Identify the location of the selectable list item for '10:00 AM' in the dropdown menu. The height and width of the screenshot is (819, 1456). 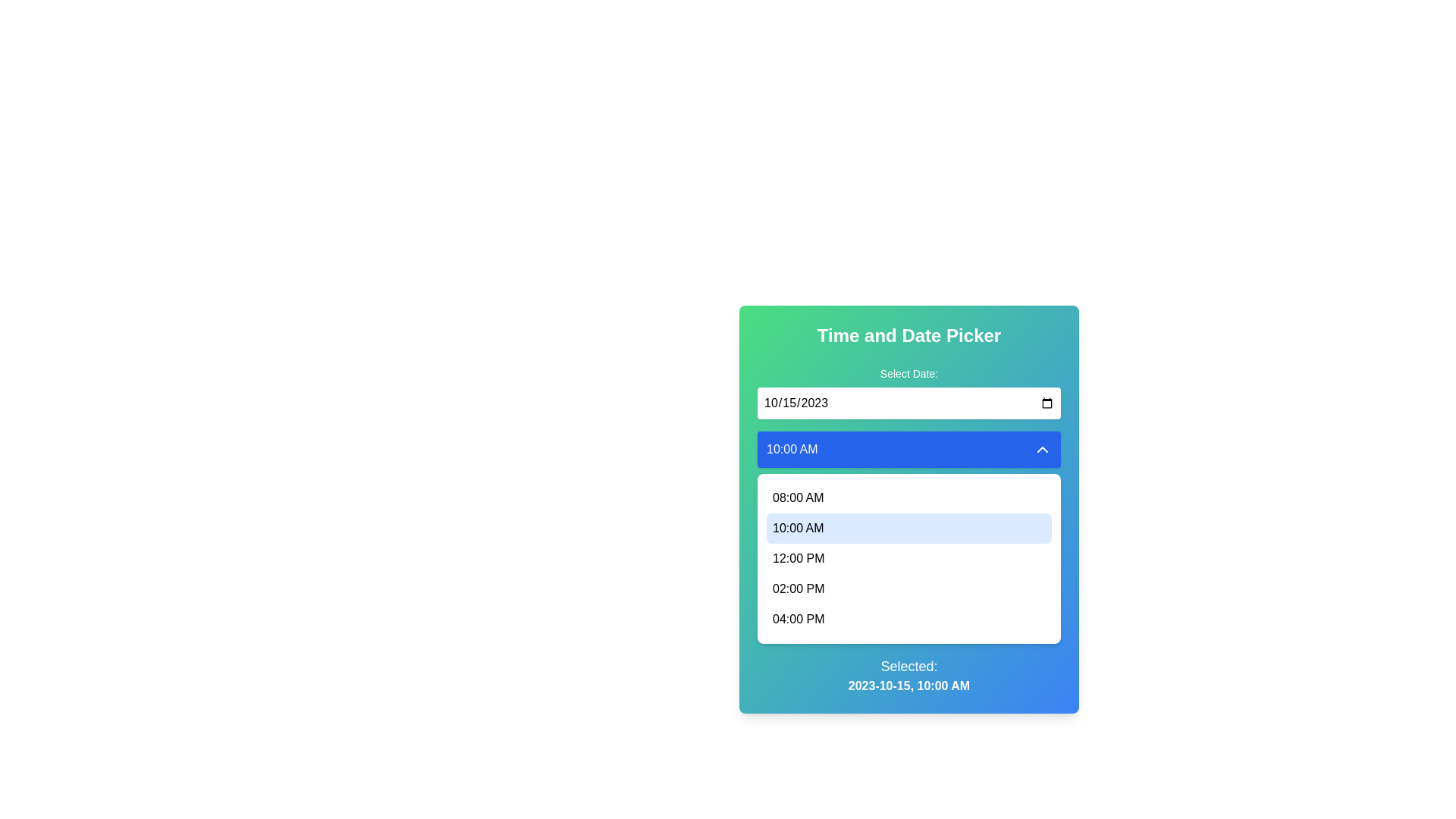
(909, 528).